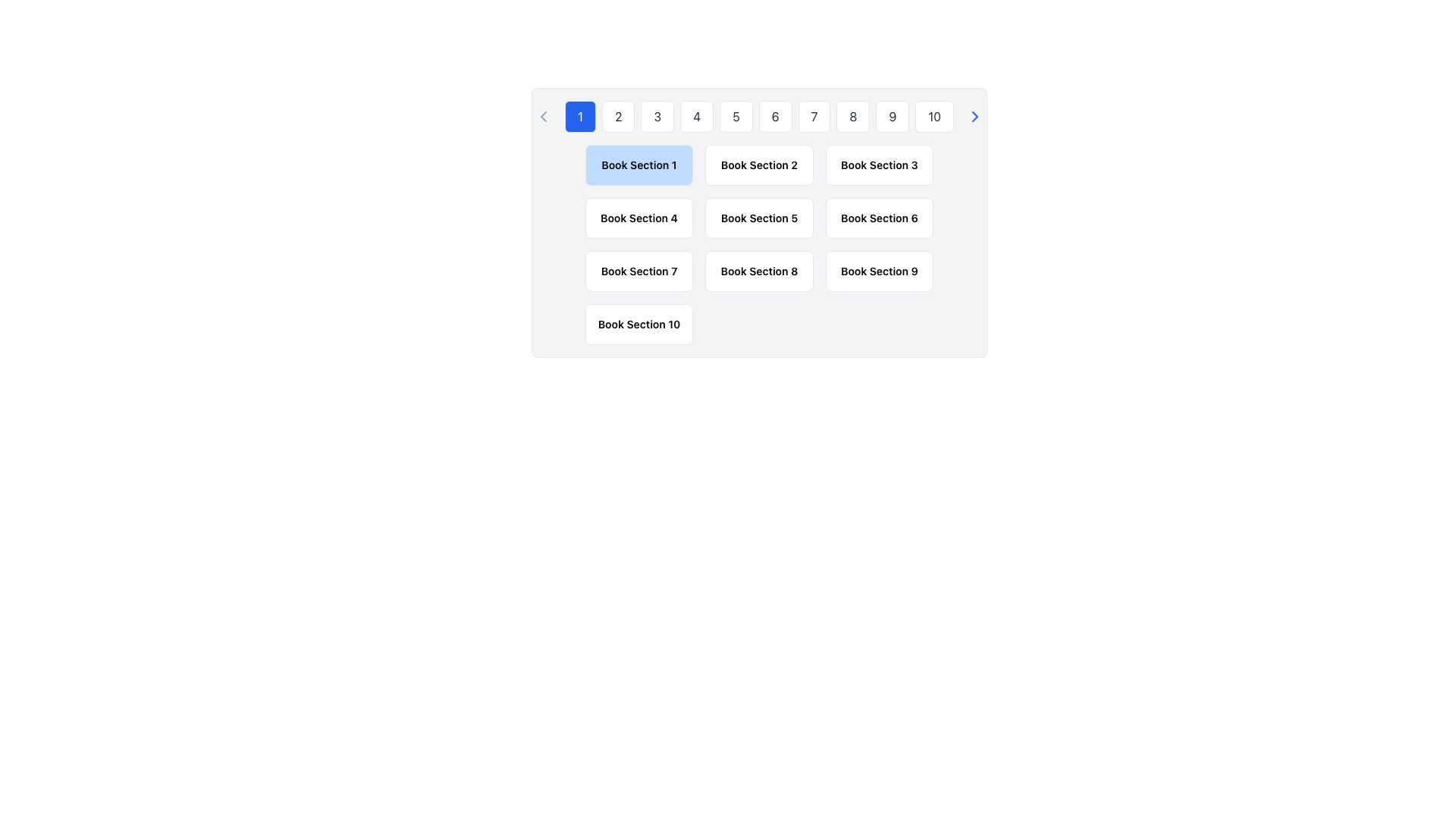 This screenshot has width=1456, height=819. I want to click on the rectangular box with a blue background labeled 'Book Section 1', which is the top-left element in the grid layout of category indication boxes, so click(639, 165).